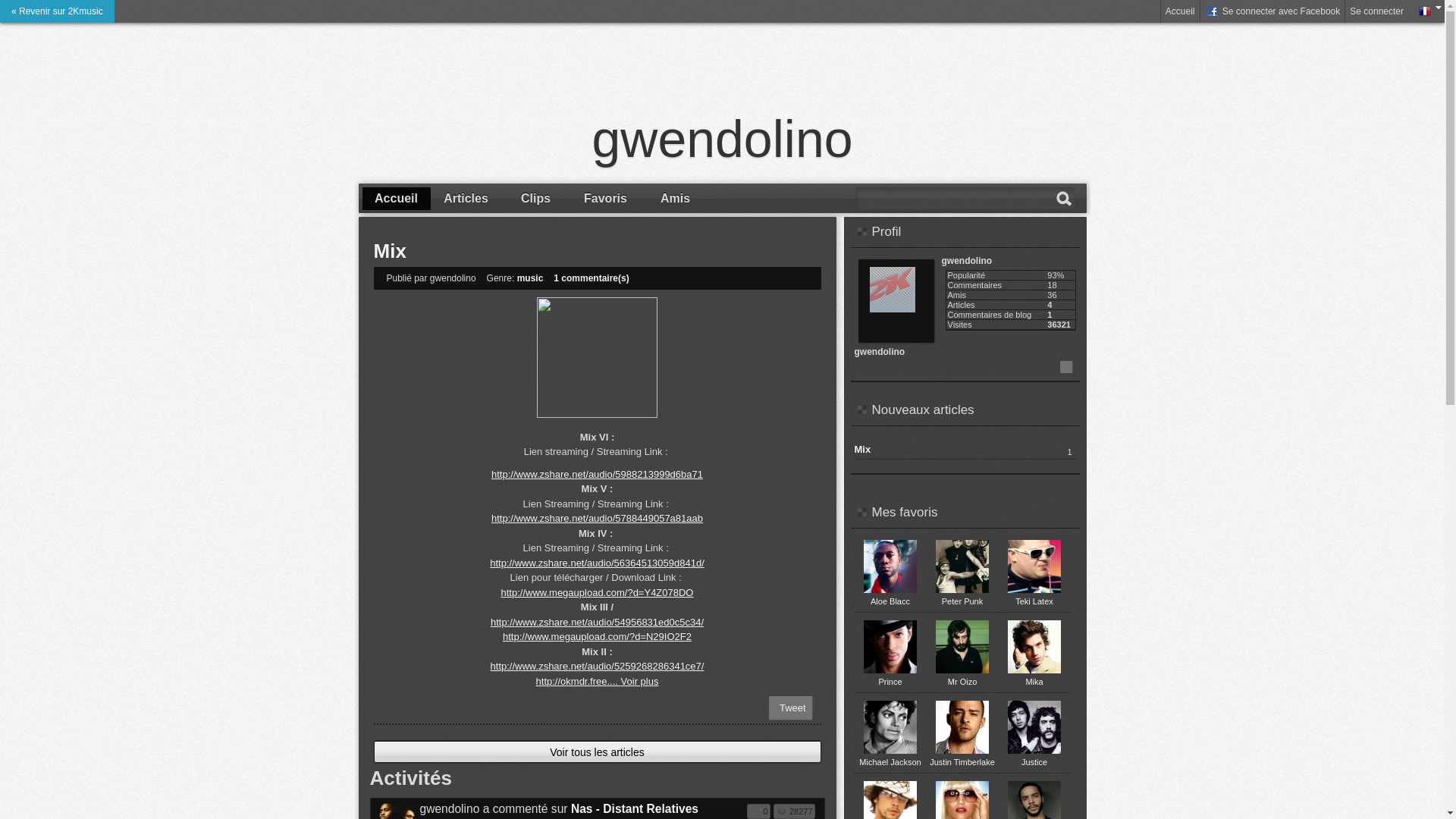  I want to click on 'http://okmdr.free....', so click(578, 679).